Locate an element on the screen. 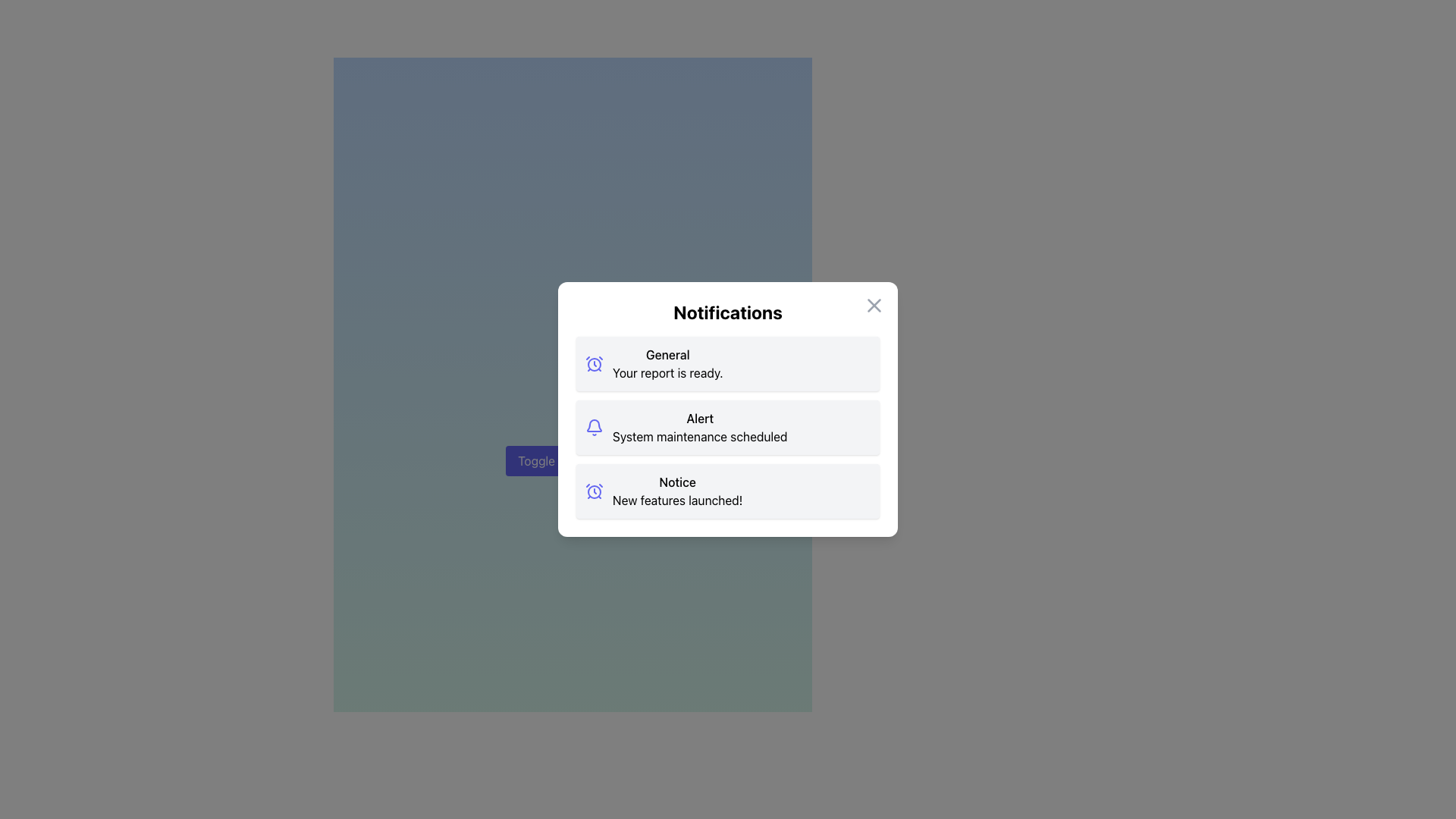 The width and height of the screenshot is (1456, 819). notification titled 'Alert' with the description 'System maintenance scheduled' from the second item in the vertical list of notifications in the notification dialog is located at coordinates (699, 427).